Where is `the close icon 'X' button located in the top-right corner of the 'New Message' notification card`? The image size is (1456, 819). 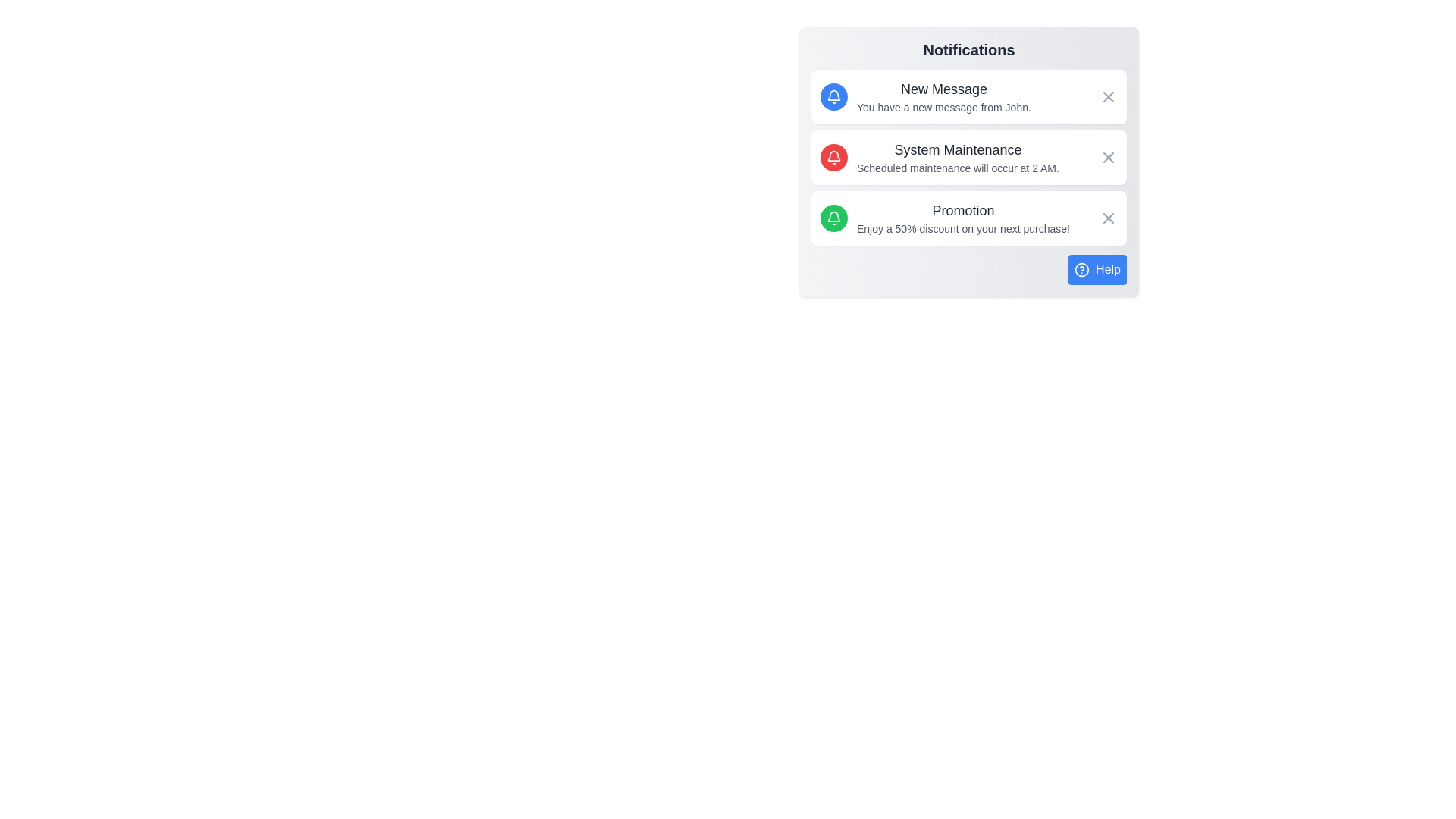
the close icon 'X' button located in the top-right corner of the 'New Message' notification card is located at coordinates (1109, 96).